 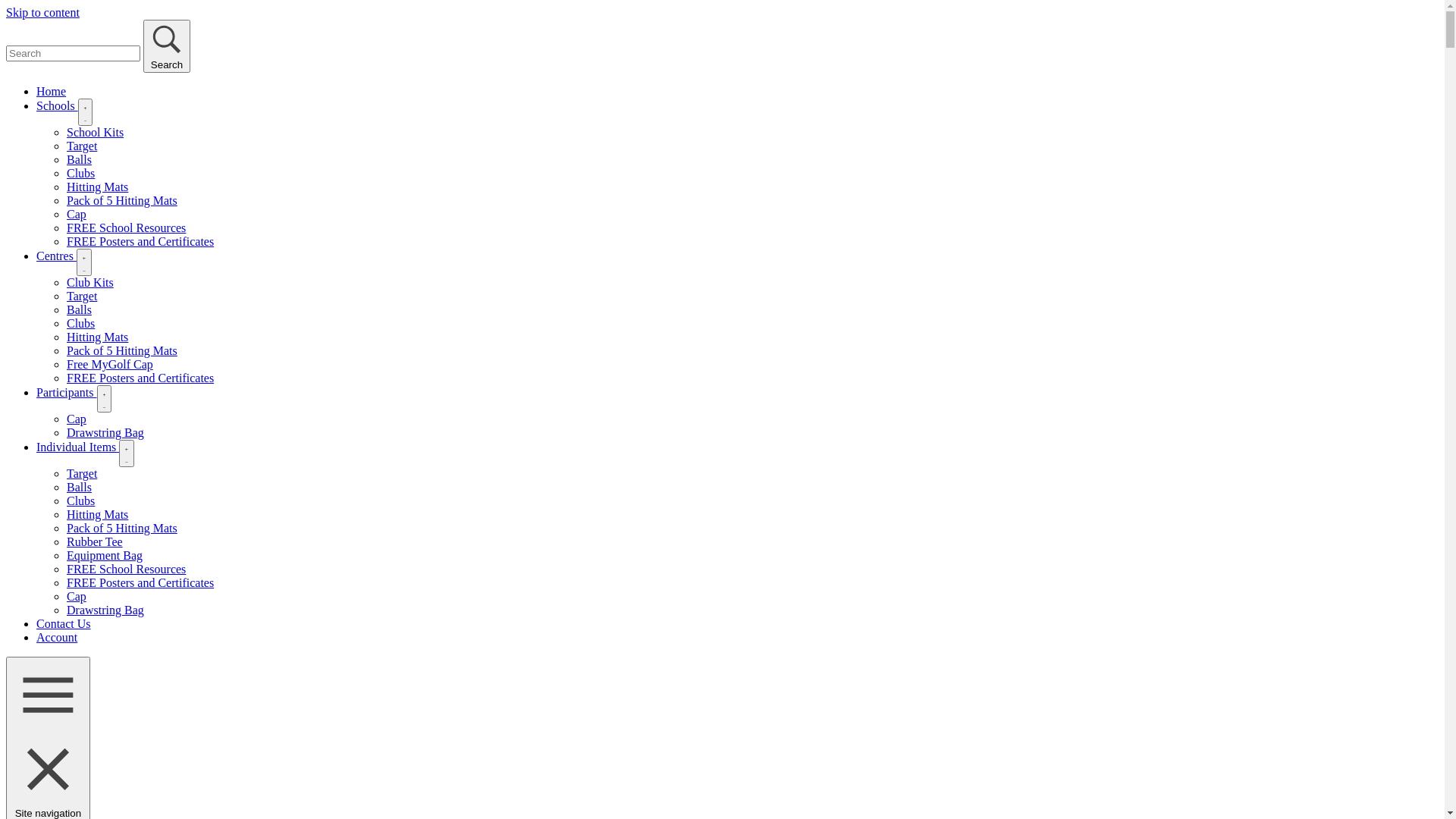 What do you see at coordinates (80, 472) in the screenshot?
I see `'Target'` at bounding box center [80, 472].